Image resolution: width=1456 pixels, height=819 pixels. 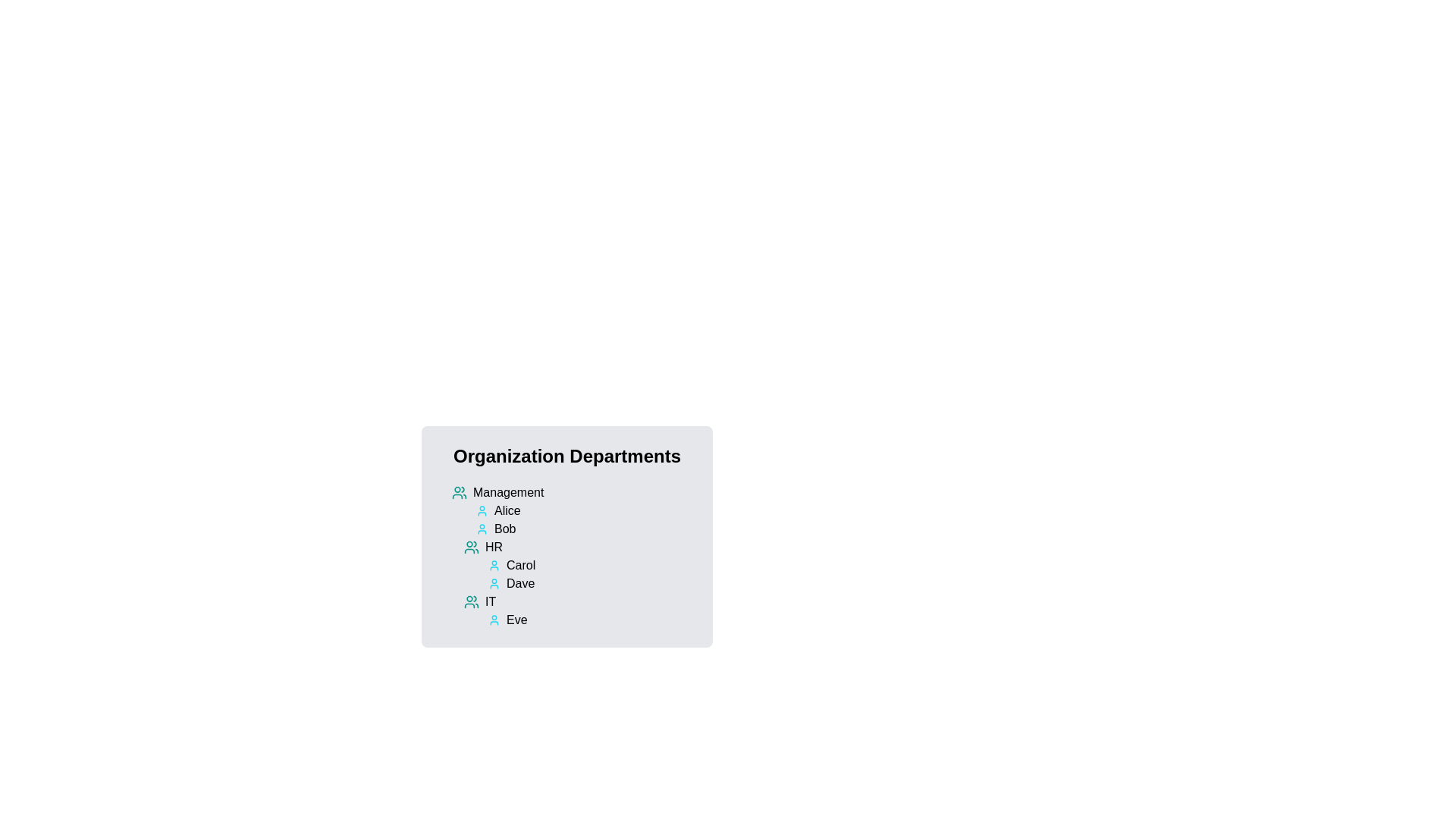 I want to click on text label that displays the title of a department or section within the organization structure, located in the list under the header 'Organization Departments', positioned to the right of a teal user icon, so click(x=508, y=493).